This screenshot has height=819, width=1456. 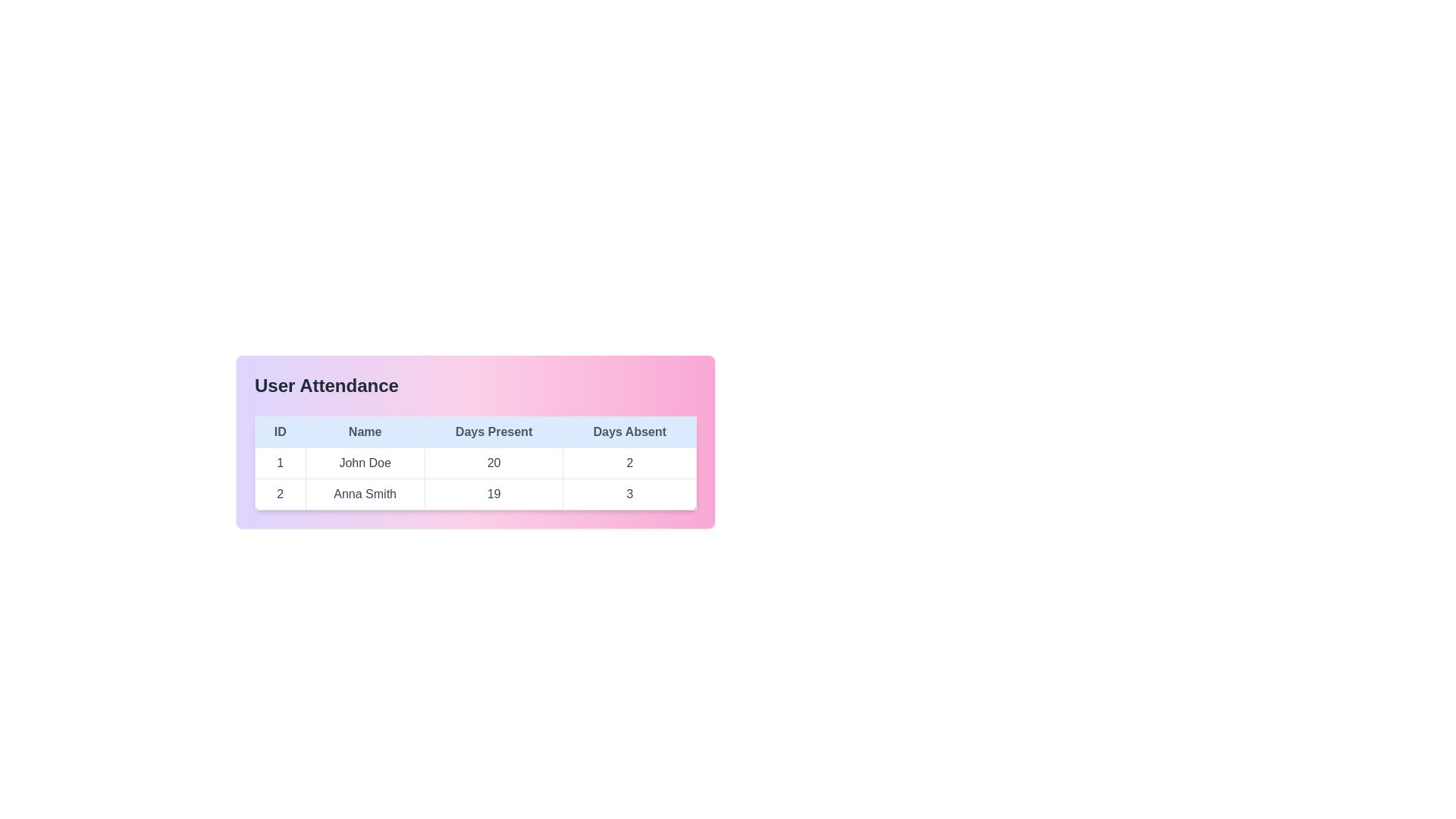 What do you see at coordinates (629, 462) in the screenshot?
I see `the table cell containing the text '2' under the 'Days Absent' column for user 'John Doe'` at bounding box center [629, 462].